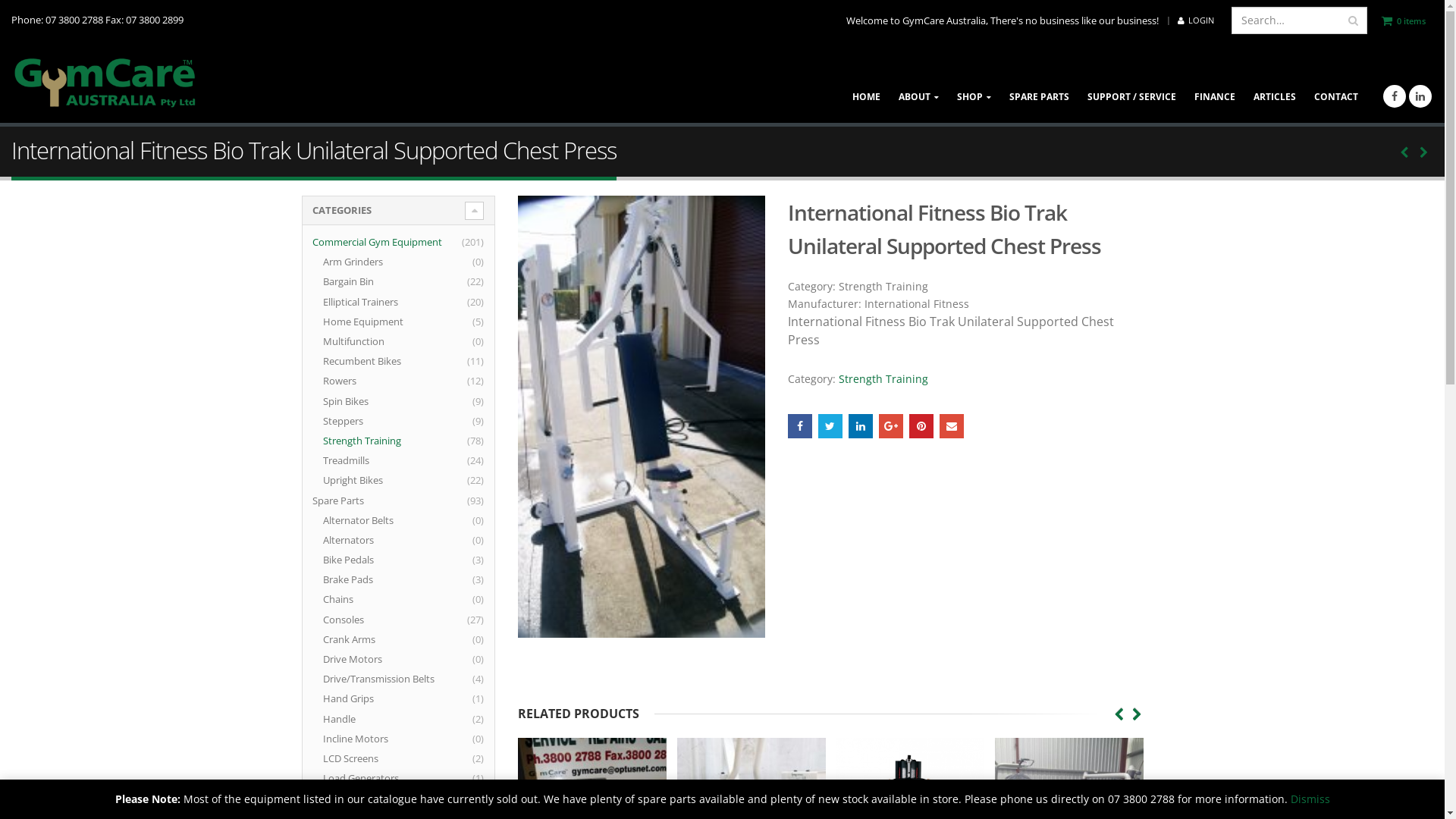 The width and height of the screenshot is (1456, 819). What do you see at coordinates (358, 639) in the screenshot?
I see `'Crank Arms'` at bounding box center [358, 639].